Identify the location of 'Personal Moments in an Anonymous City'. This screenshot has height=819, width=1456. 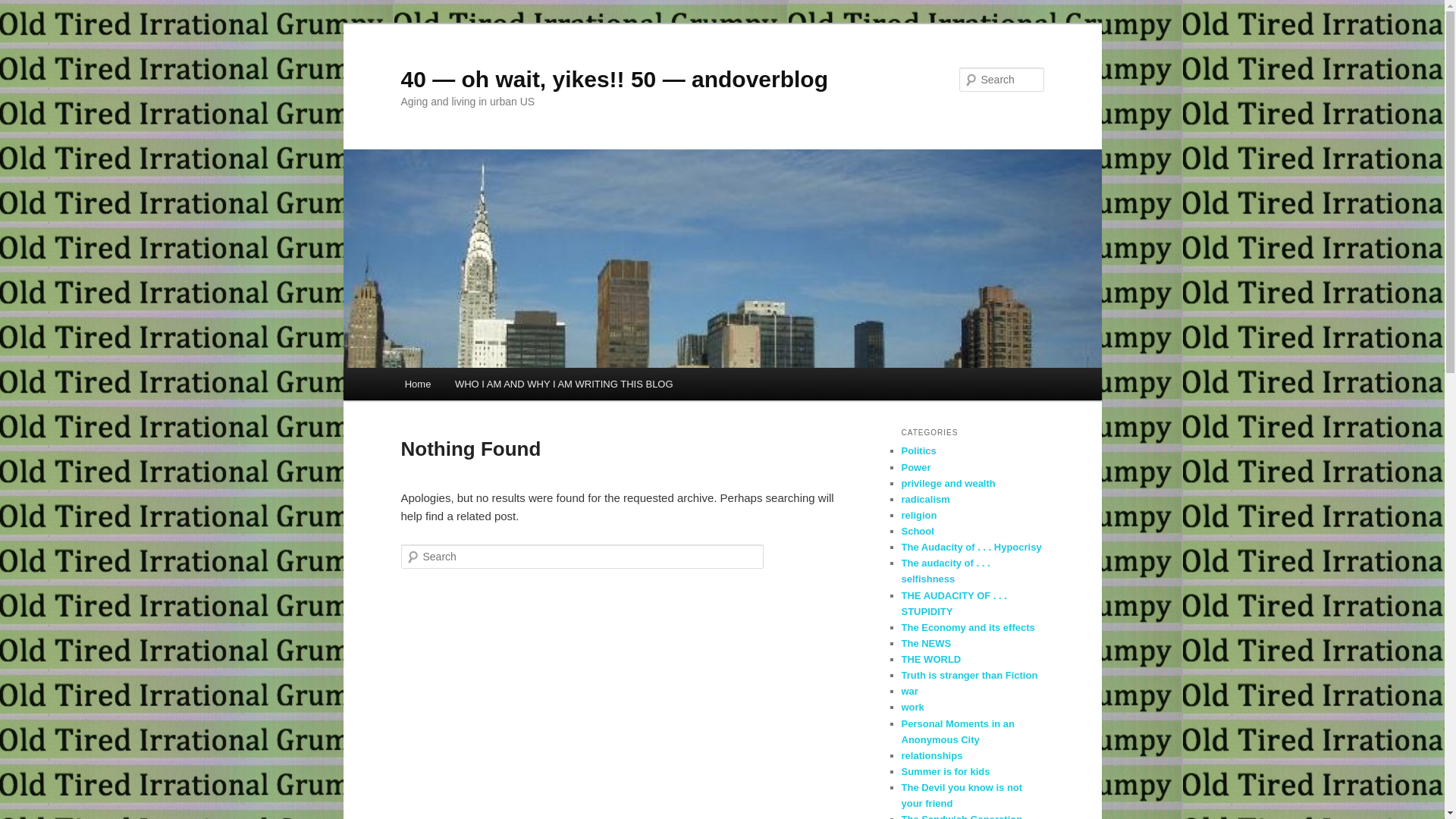
(956, 730).